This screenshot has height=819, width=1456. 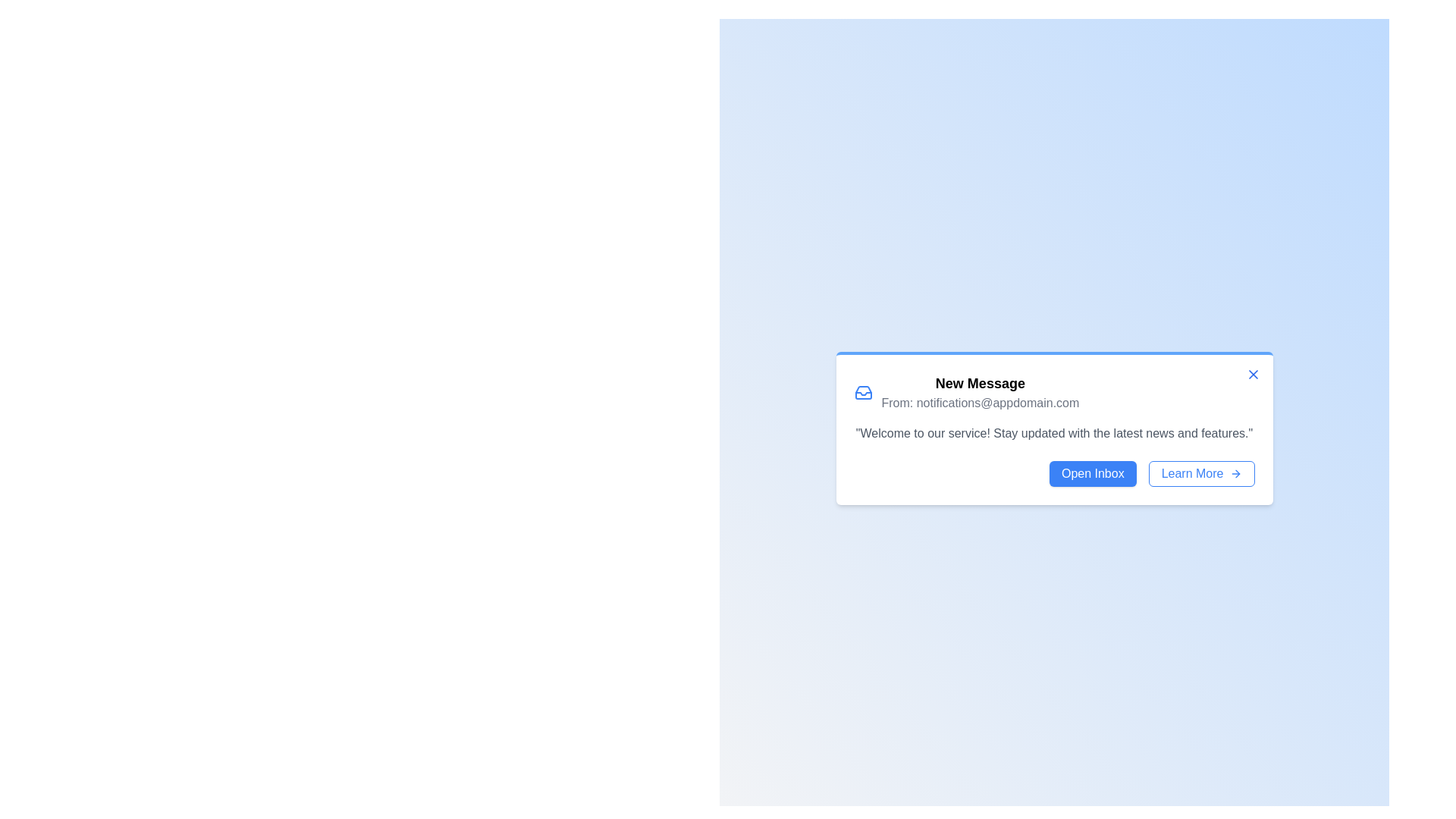 I want to click on the 'X' button to close the alert message, so click(x=1253, y=374).